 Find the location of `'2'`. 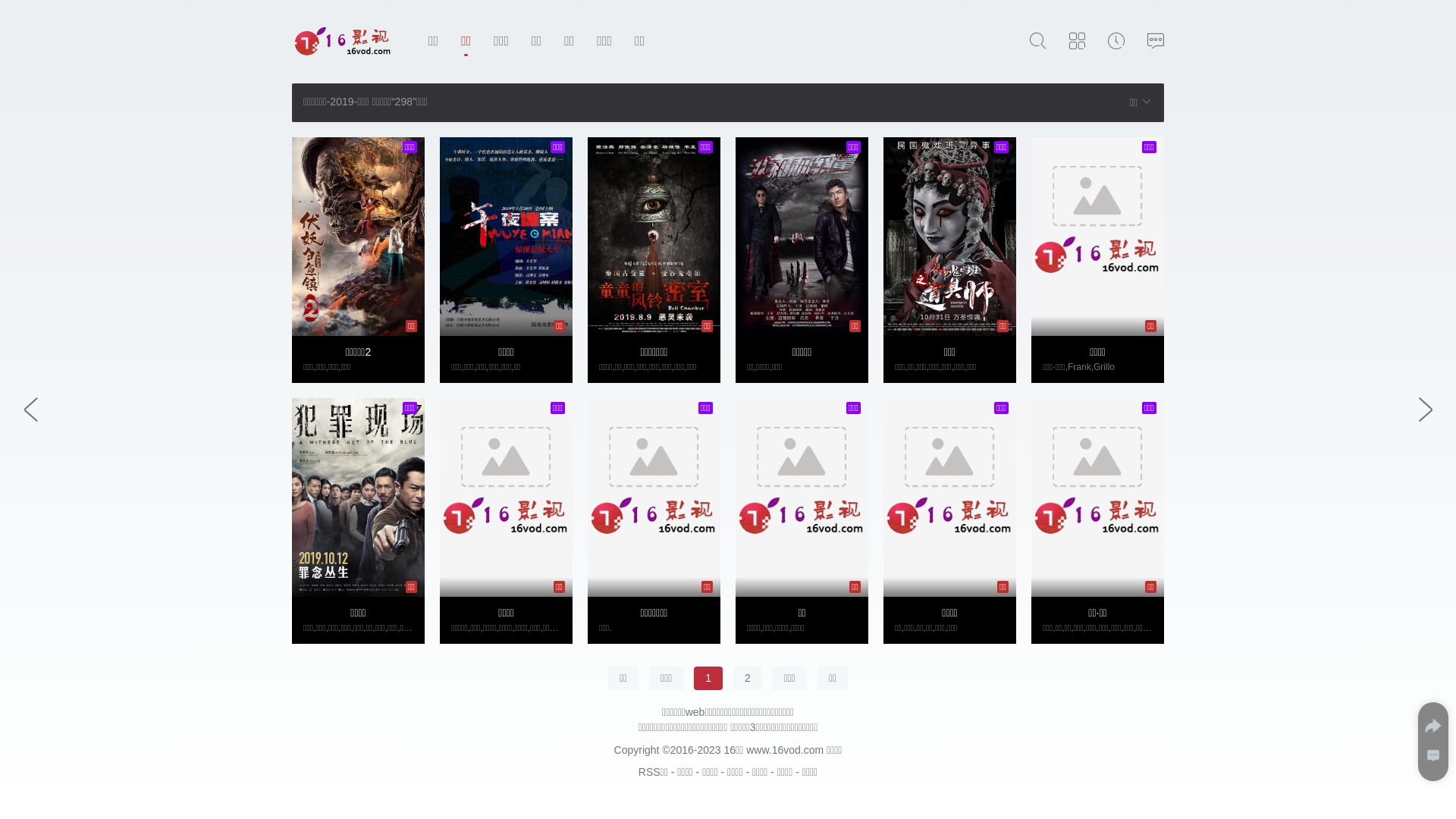

'2' is located at coordinates (747, 677).